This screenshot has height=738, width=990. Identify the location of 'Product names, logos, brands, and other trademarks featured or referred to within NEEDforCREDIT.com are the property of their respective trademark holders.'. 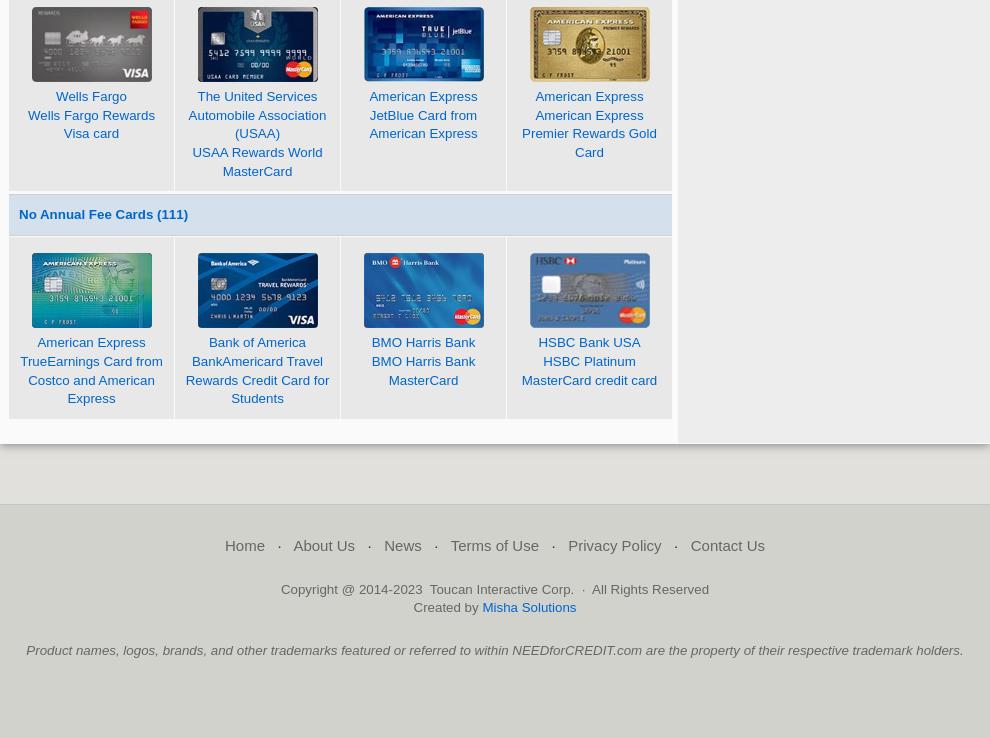
(494, 650).